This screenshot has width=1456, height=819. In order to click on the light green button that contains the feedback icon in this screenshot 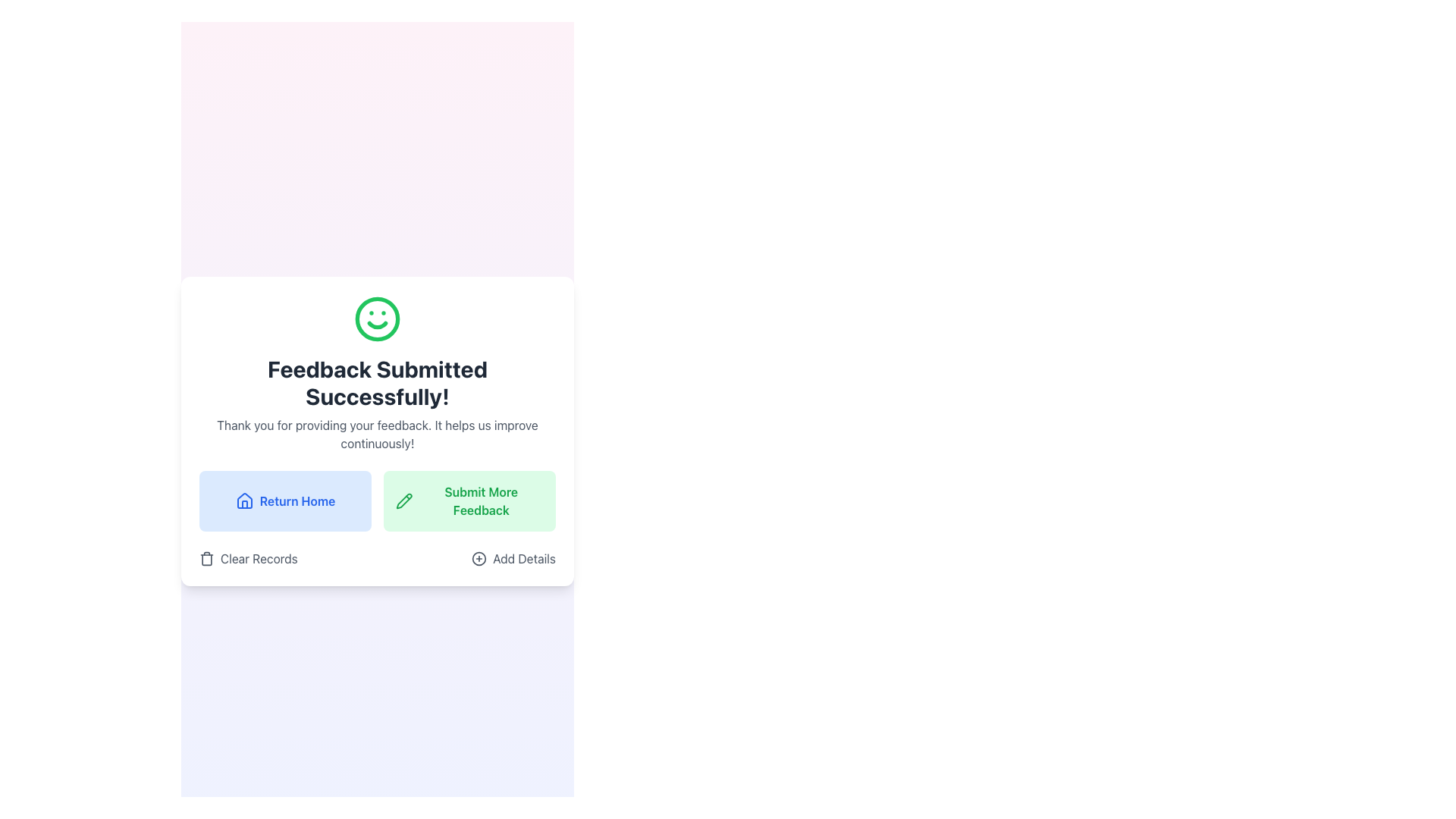, I will do `click(404, 500)`.